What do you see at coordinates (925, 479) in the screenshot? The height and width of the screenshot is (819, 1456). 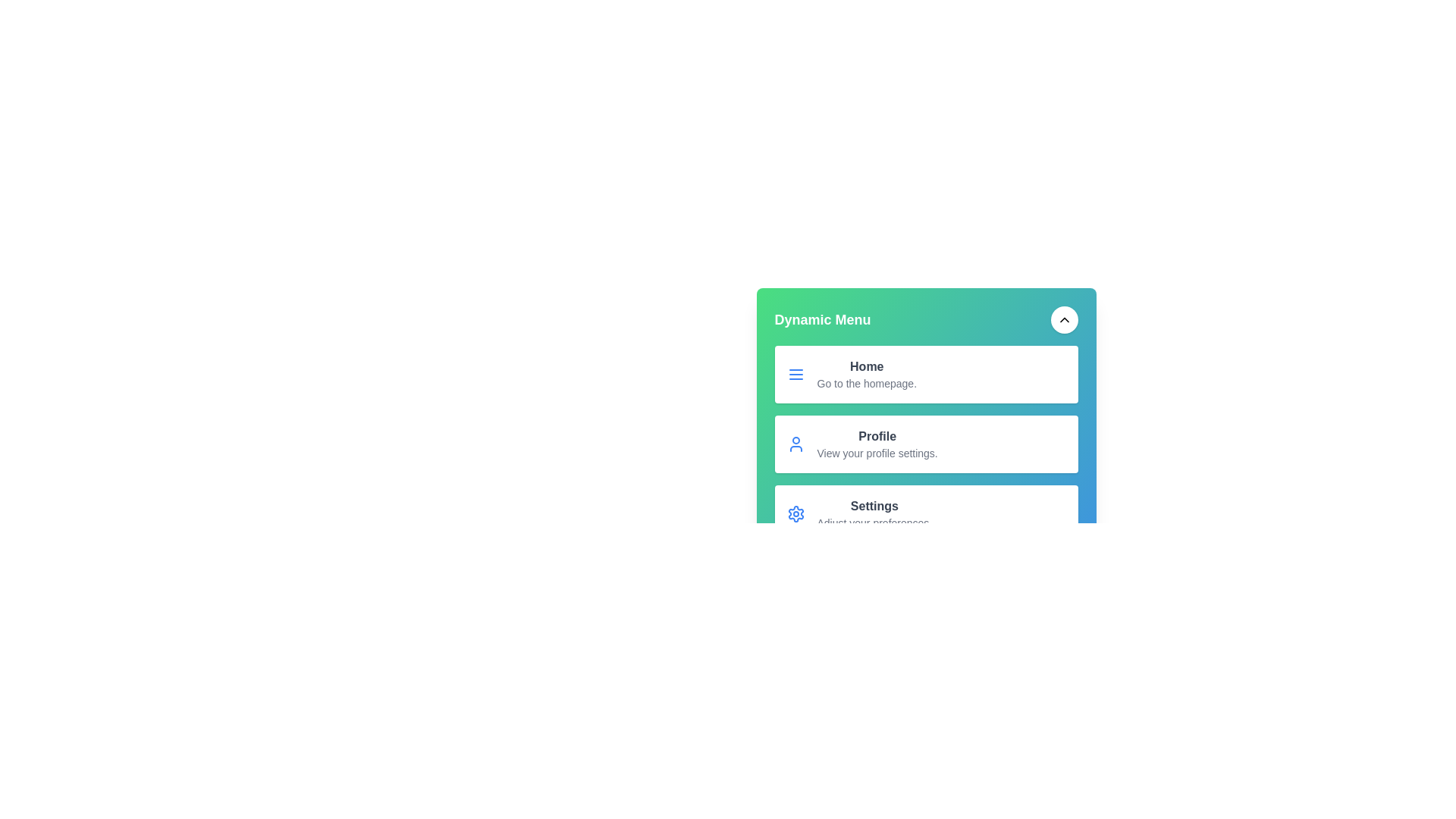 I see `the second menu item in the vertical navigation menu` at bounding box center [925, 479].